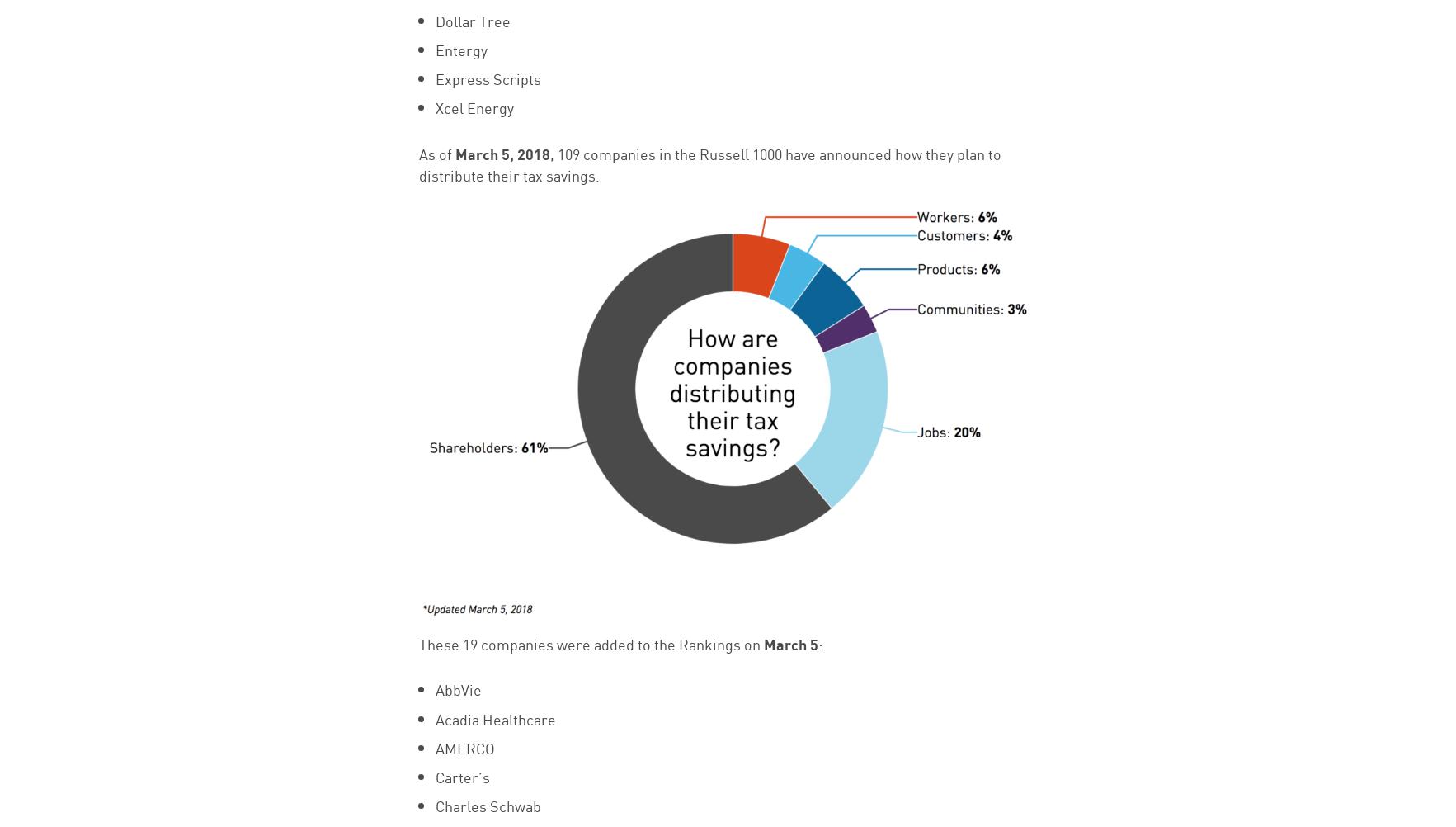 The width and height of the screenshot is (1456, 827). Describe the element at coordinates (456, 688) in the screenshot. I see `'AbbVie'` at that location.